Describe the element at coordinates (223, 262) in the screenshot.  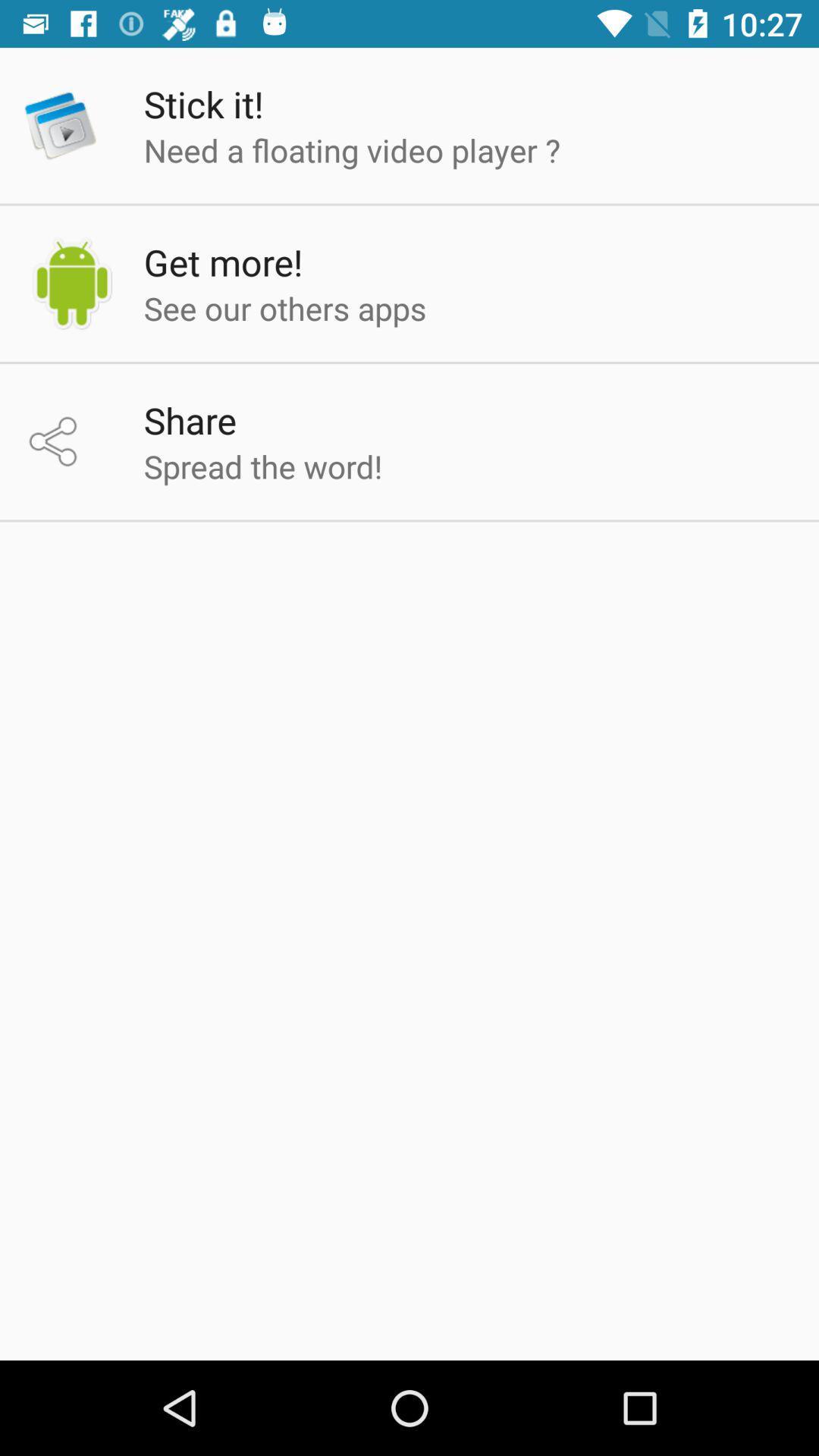
I see `item below the need a floating item` at that location.